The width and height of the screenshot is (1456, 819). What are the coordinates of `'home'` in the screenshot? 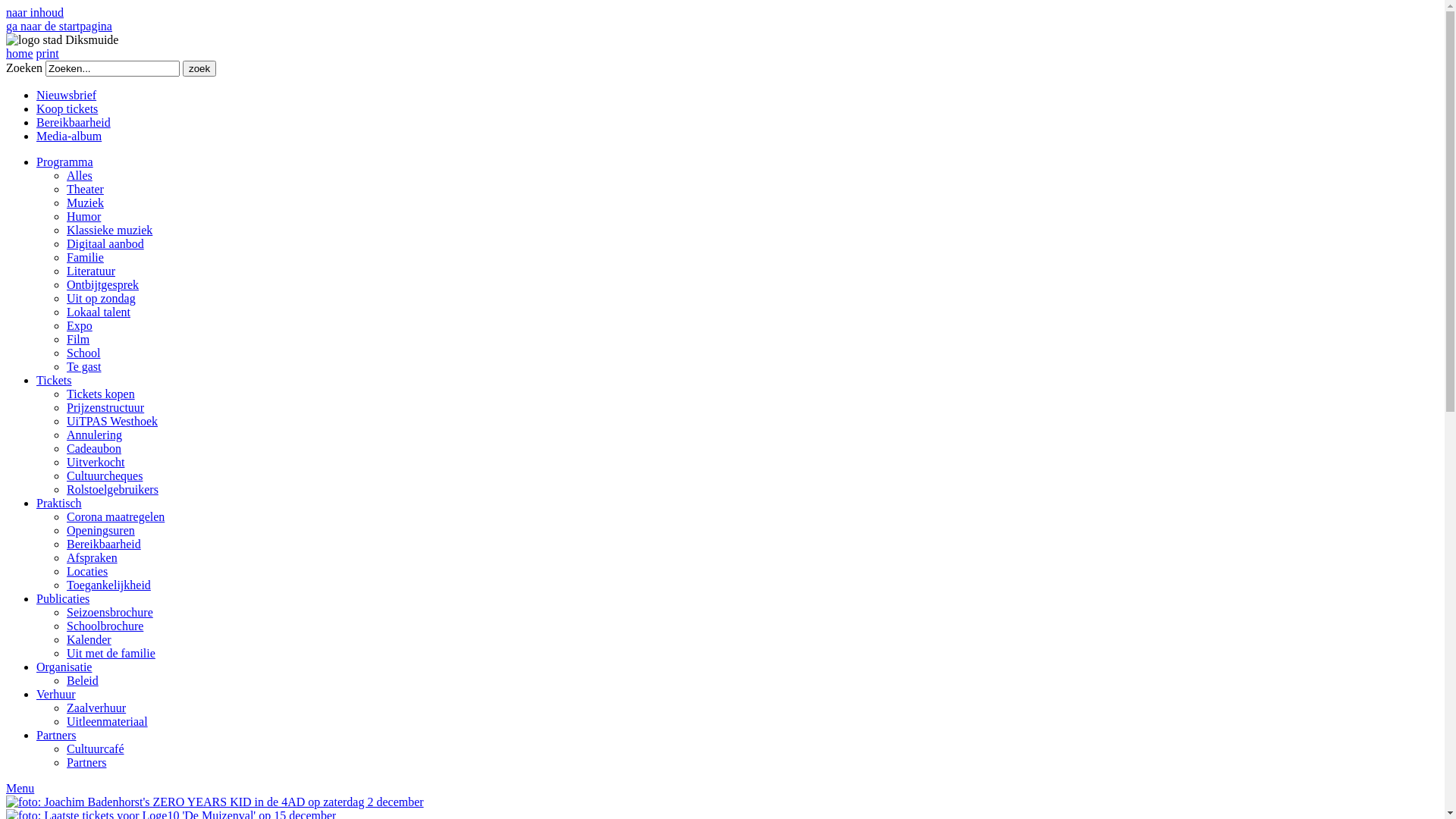 It's located at (19, 52).